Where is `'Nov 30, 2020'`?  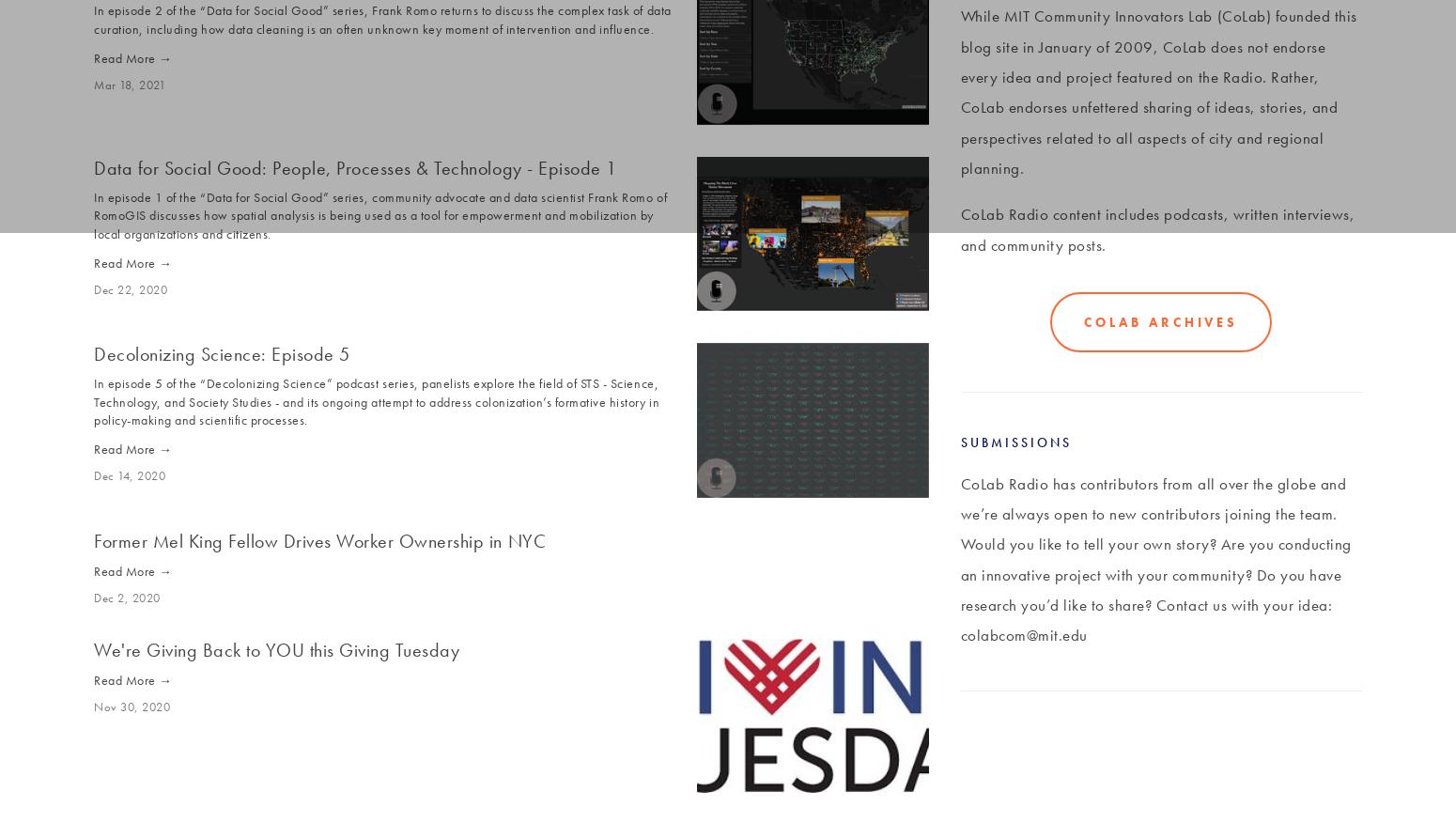 'Nov 30, 2020' is located at coordinates (93, 706).